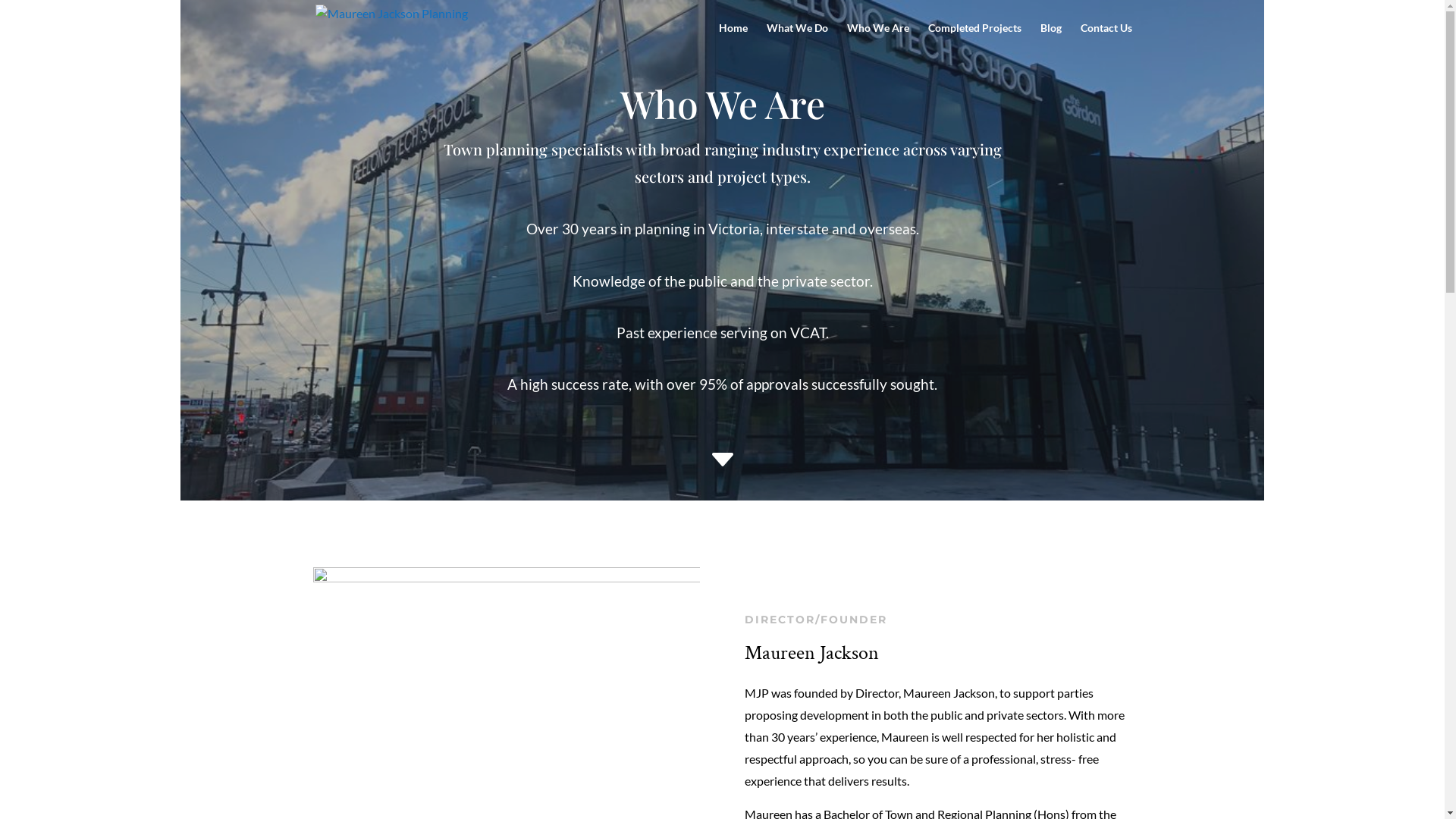  Describe the element at coordinates (927, 38) in the screenshot. I see `'Completed Projects'` at that location.